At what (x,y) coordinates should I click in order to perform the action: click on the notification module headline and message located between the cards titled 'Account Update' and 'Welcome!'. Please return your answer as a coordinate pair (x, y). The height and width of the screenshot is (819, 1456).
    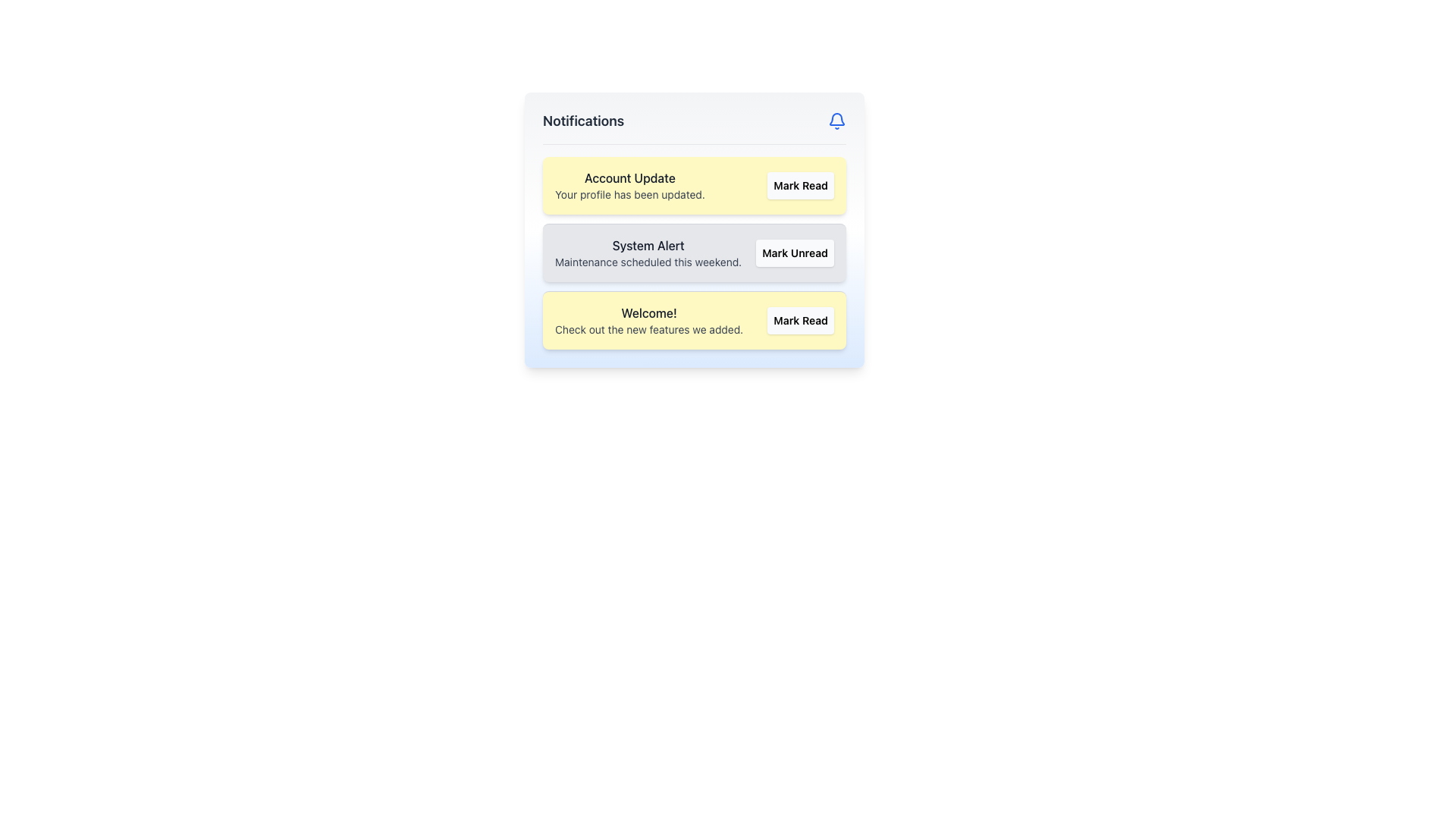
    Looking at the image, I should click on (648, 253).